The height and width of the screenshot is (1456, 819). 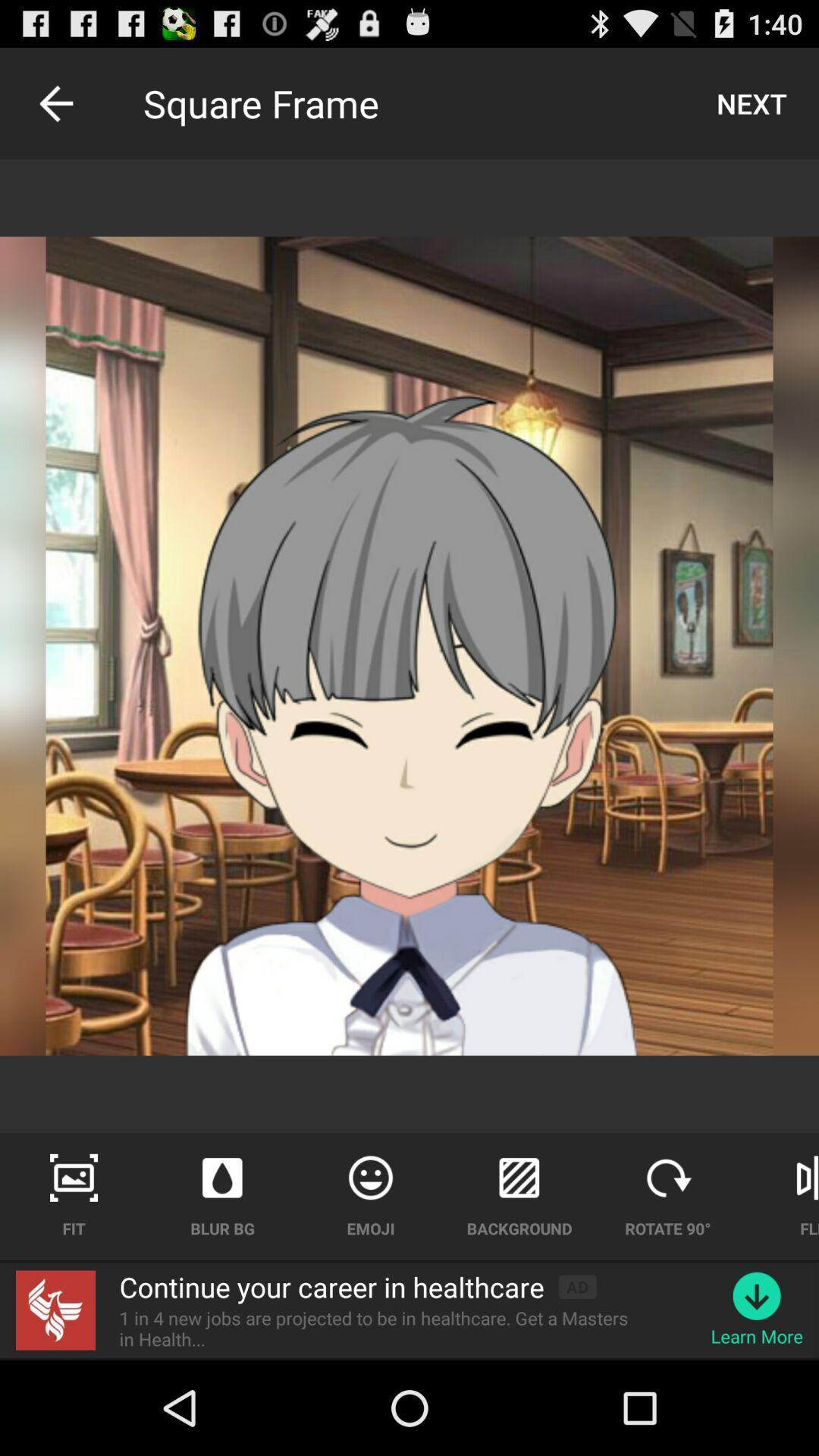 What do you see at coordinates (757, 1295) in the screenshot?
I see `the item above learn more` at bounding box center [757, 1295].